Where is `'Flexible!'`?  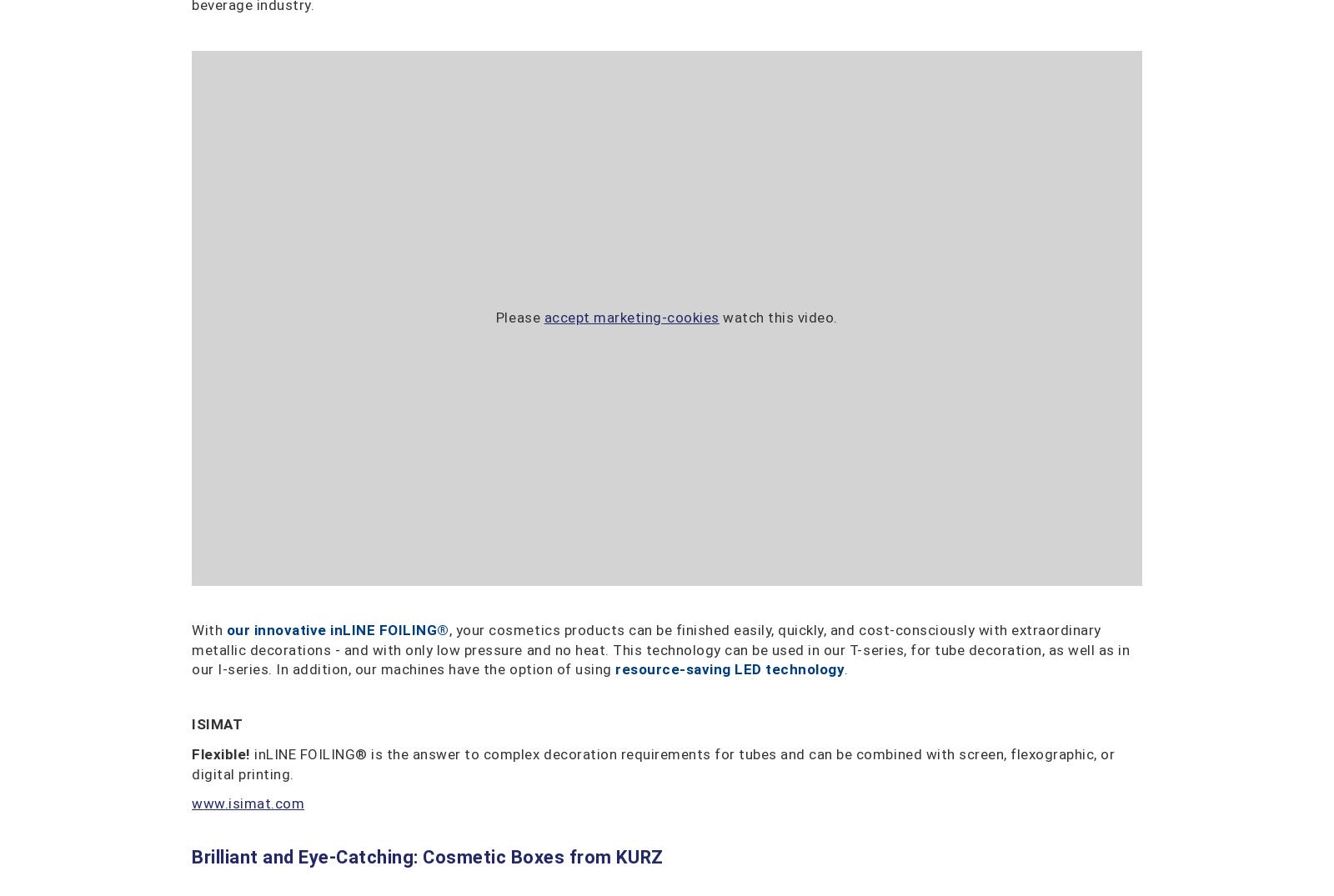
'Flexible!' is located at coordinates (220, 752).